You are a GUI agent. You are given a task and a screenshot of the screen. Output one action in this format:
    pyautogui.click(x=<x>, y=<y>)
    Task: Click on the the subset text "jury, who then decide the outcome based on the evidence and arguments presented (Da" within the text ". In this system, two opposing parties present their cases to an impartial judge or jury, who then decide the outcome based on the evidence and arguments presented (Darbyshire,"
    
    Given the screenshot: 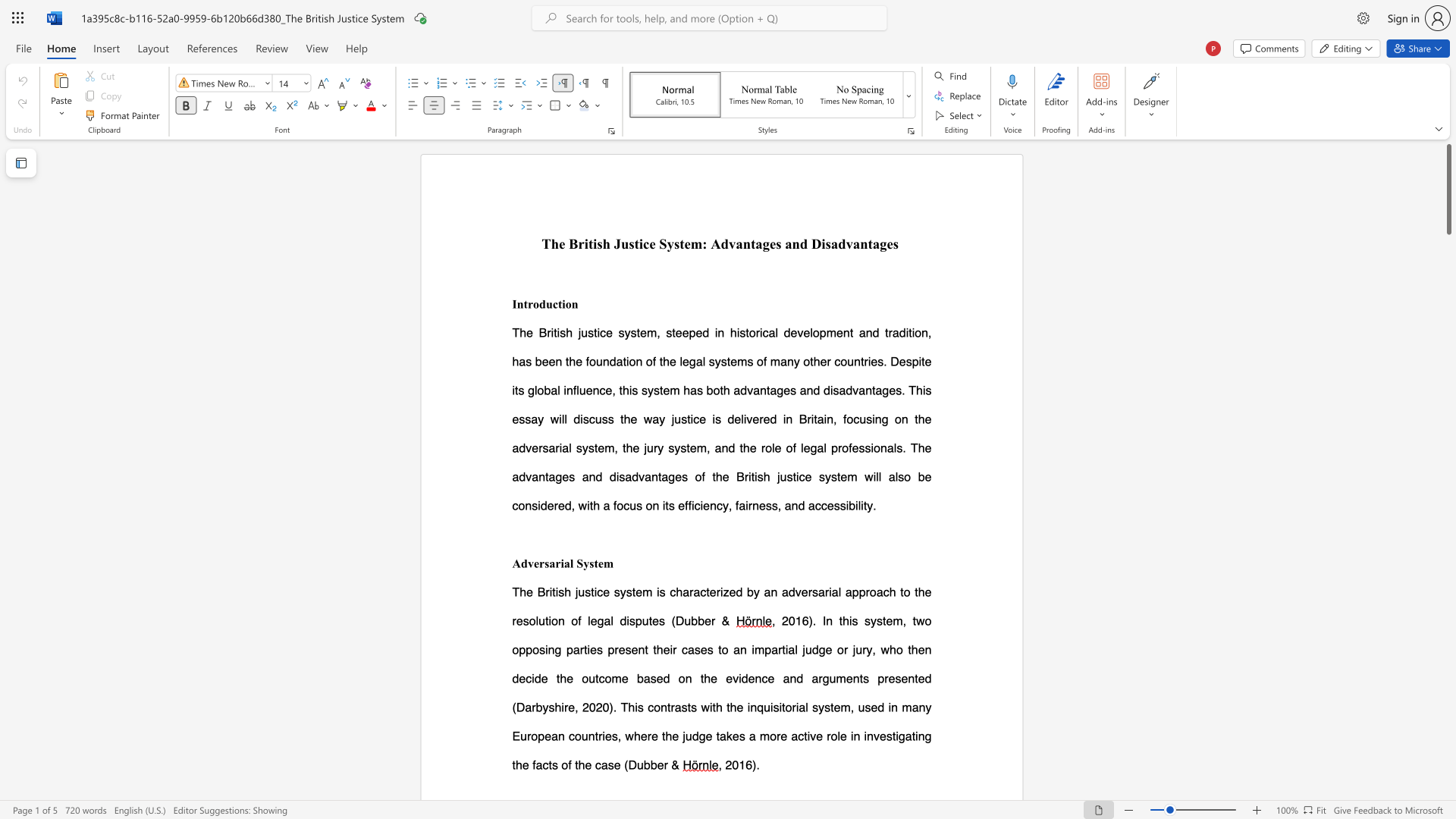 What is the action you would take?
    pyautogui.click(x=852, y=648)
    